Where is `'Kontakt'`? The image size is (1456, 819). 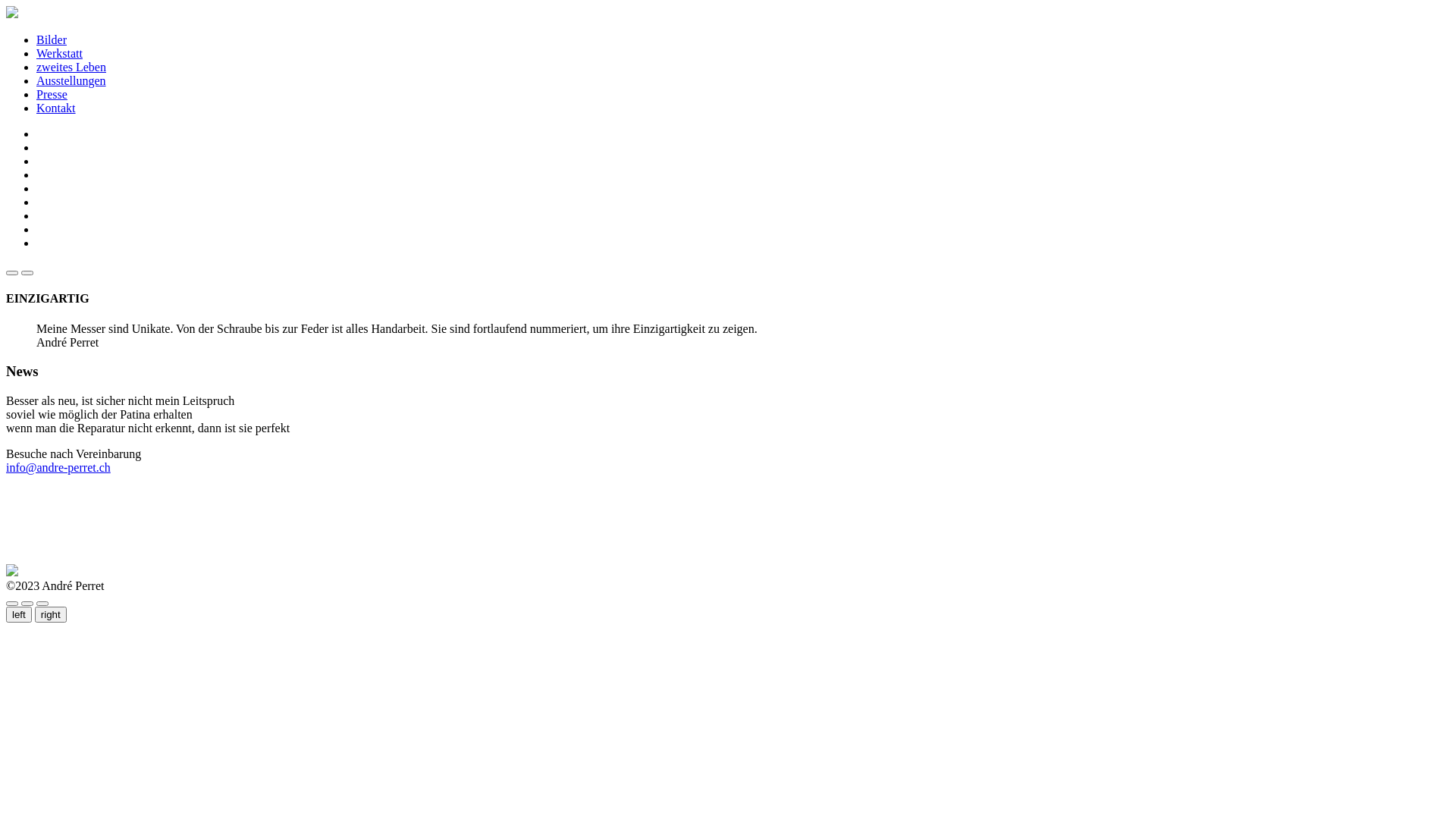
'Kontakt' is located at coordinates (36, 107).